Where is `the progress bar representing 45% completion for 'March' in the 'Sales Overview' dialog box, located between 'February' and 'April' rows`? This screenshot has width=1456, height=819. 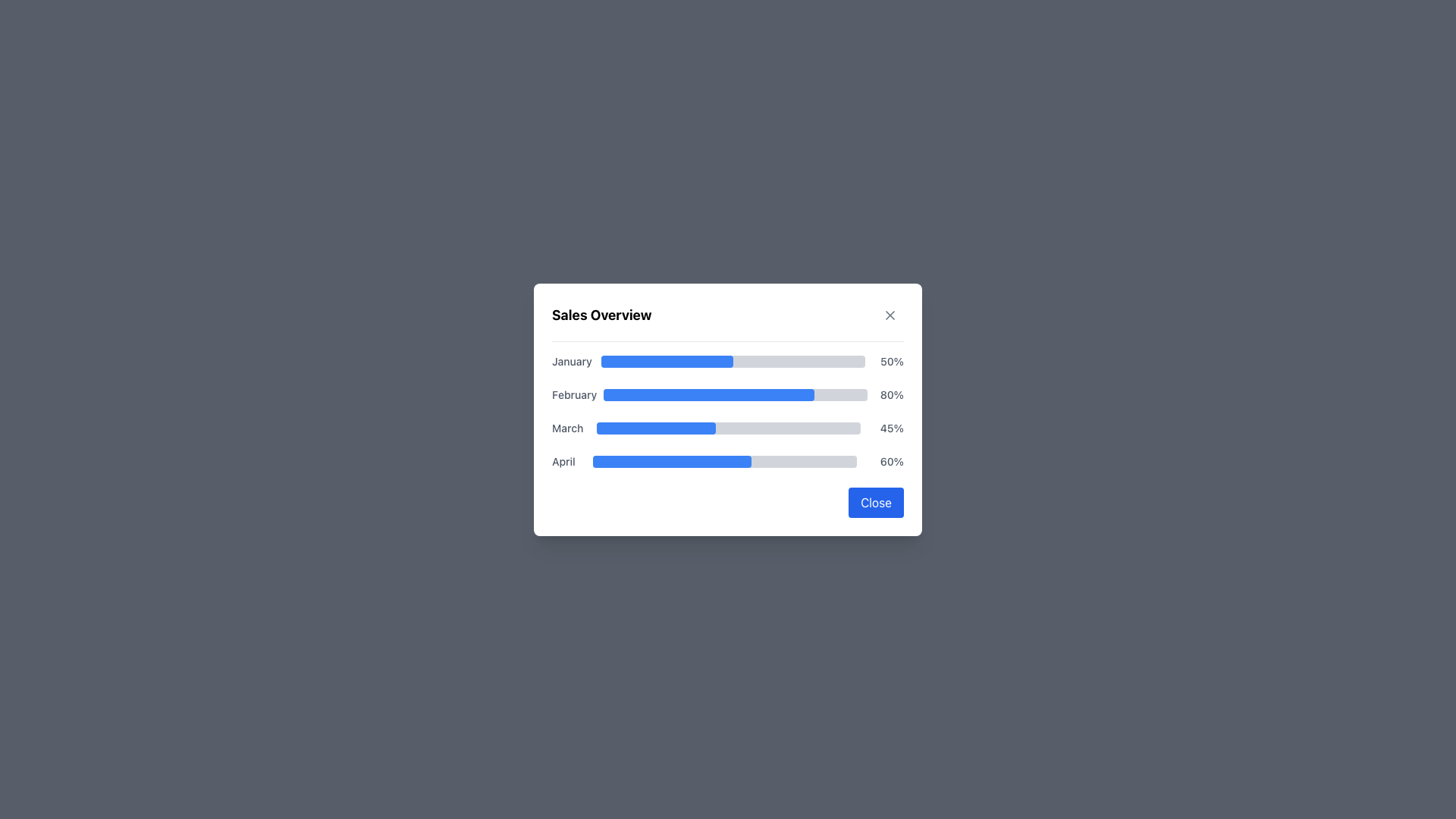
the progress bar representing 45% completion for 'March' in the 'Sales Overview' dialog box, located between 'February' and 'April' rows is located at coordinates (728, 428).